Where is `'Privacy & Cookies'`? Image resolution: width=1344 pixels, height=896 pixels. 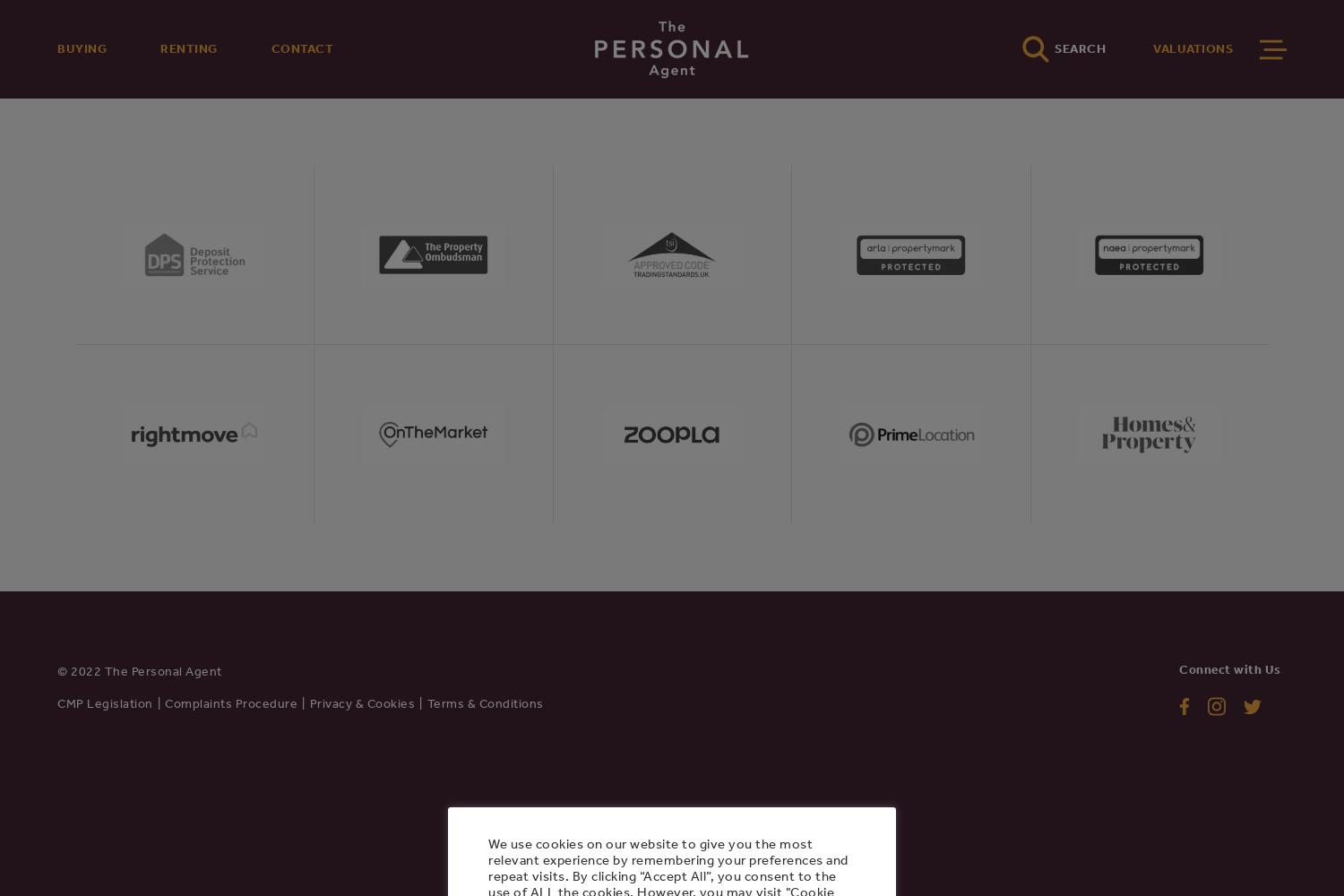 'Privacy & Cookies' is located at coordinates (361, 702).